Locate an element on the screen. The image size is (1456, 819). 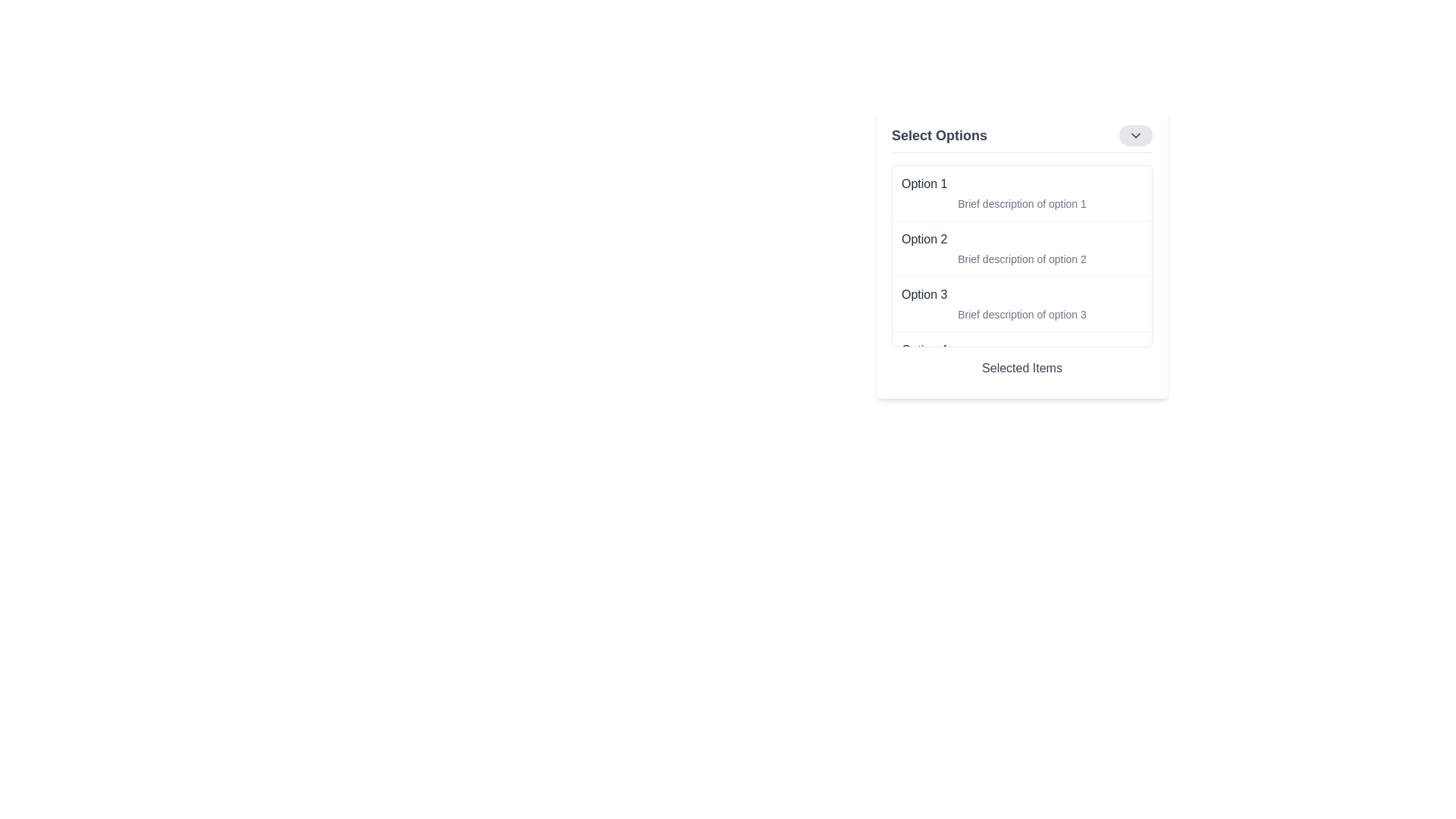
the text label that reads 'Brief description of option 3', which is styled in gray and appears beneath the label 'Option 3' in a vertical list is located at coordinates (1022, 314).